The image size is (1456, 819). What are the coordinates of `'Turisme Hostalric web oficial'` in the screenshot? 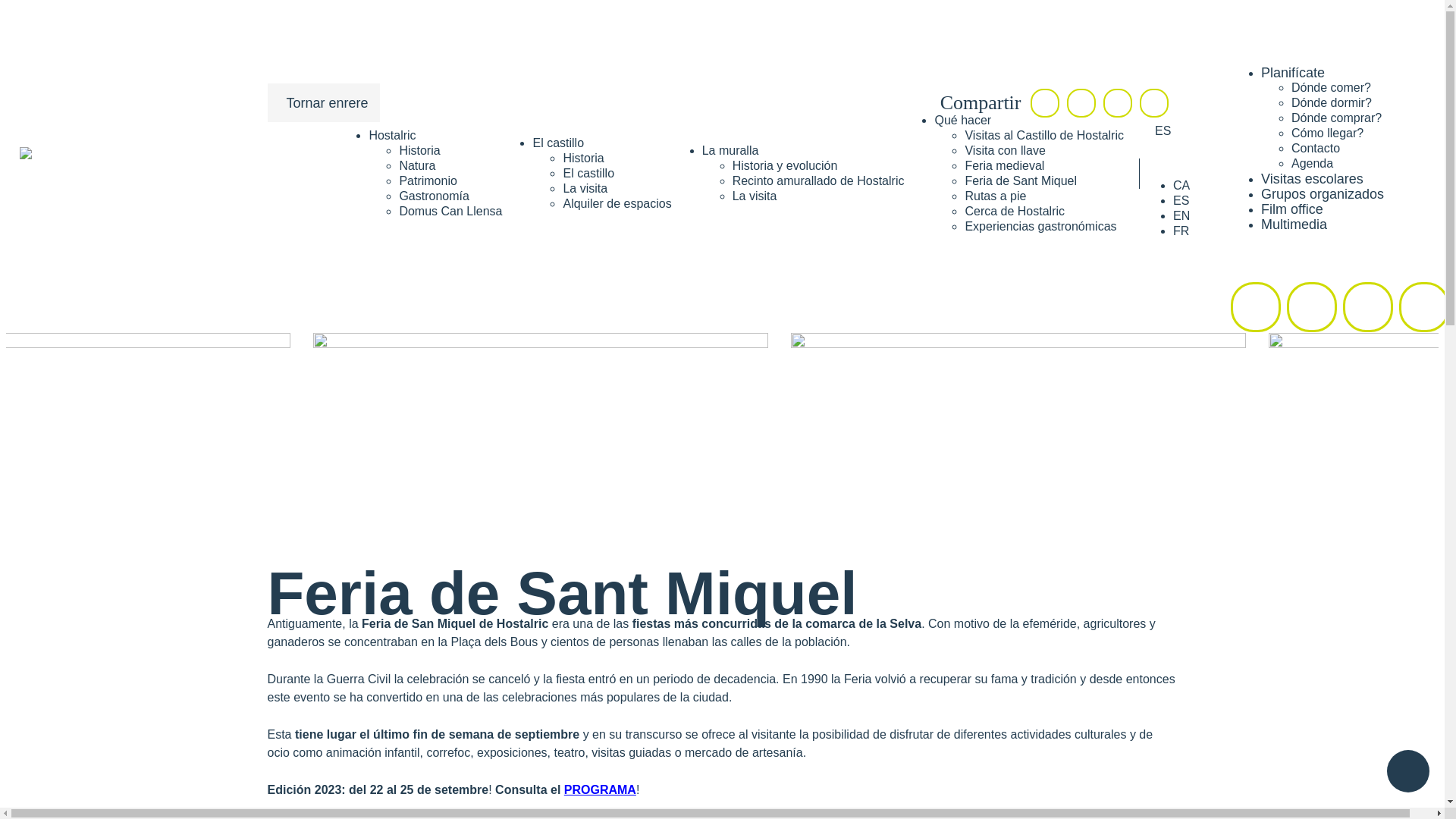 It's located at (25, 172).